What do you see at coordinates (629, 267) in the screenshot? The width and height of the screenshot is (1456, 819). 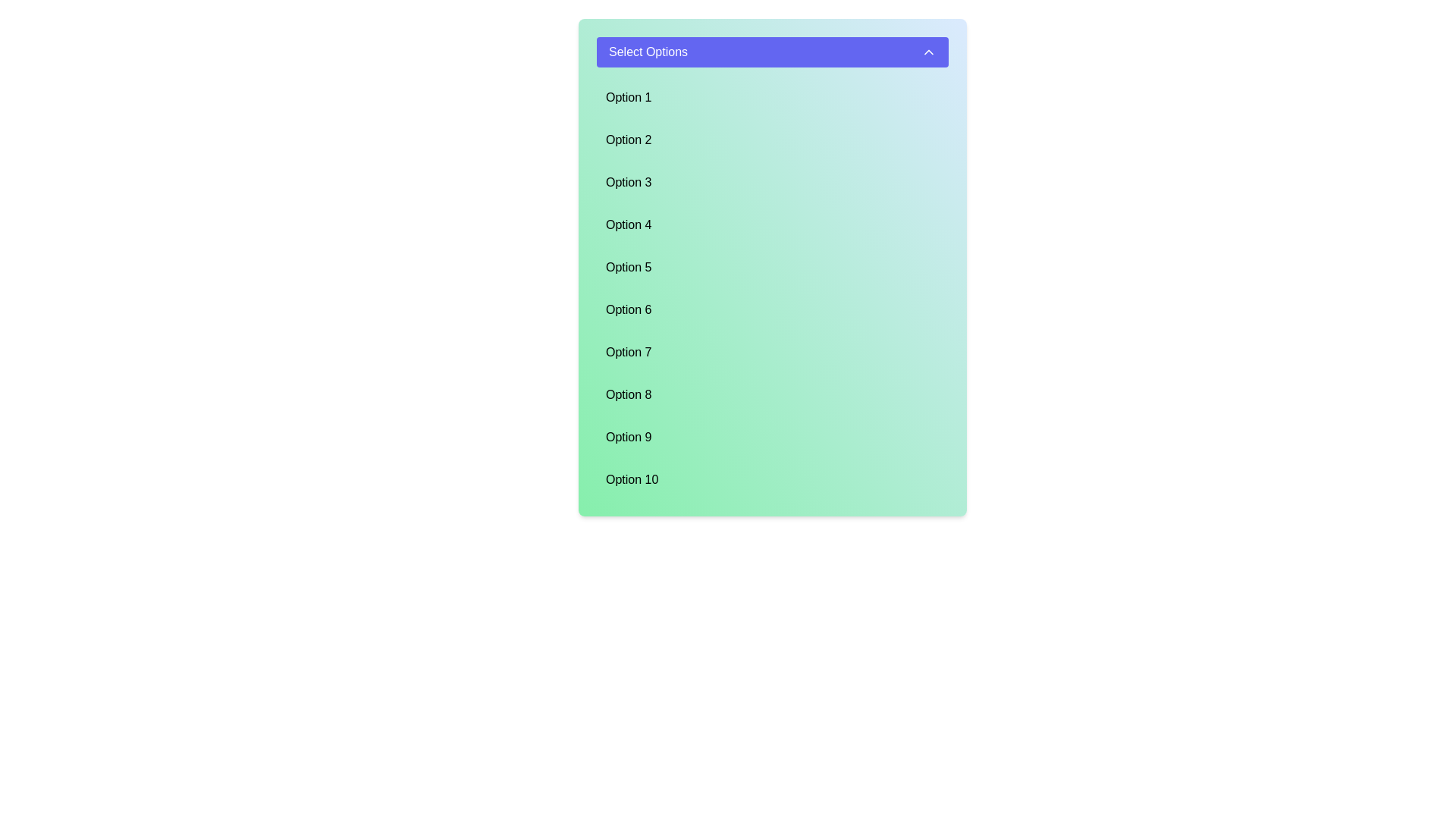 I see `the static text label reading 'Option 5' in the dropdown menu beneath the header 'Select Options'` at bounding box center [629, 267].